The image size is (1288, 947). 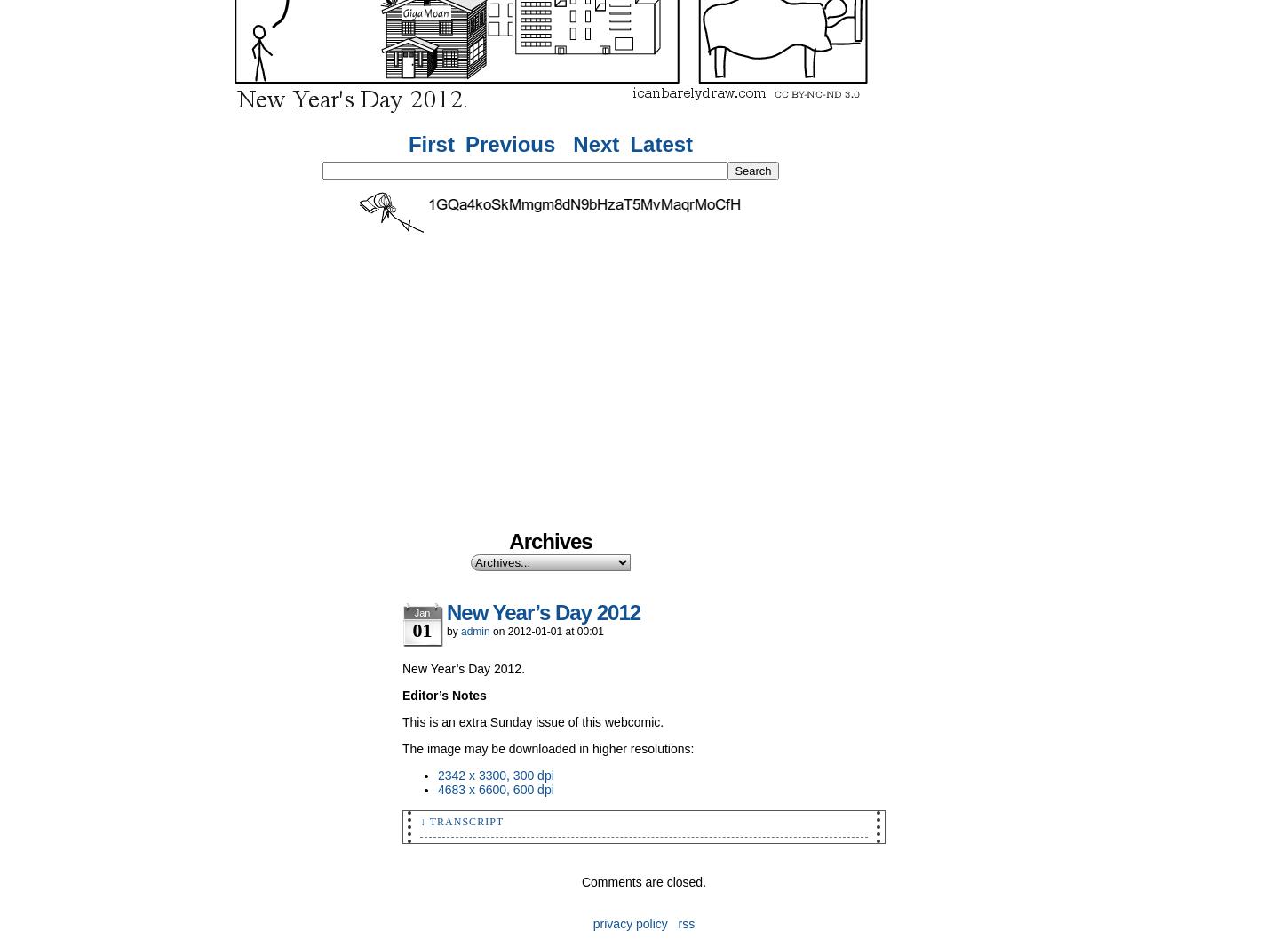 What do you see at coordinates (686, 923) in the screenshot?
I see `'rss'` at bounding box center [686, 923].